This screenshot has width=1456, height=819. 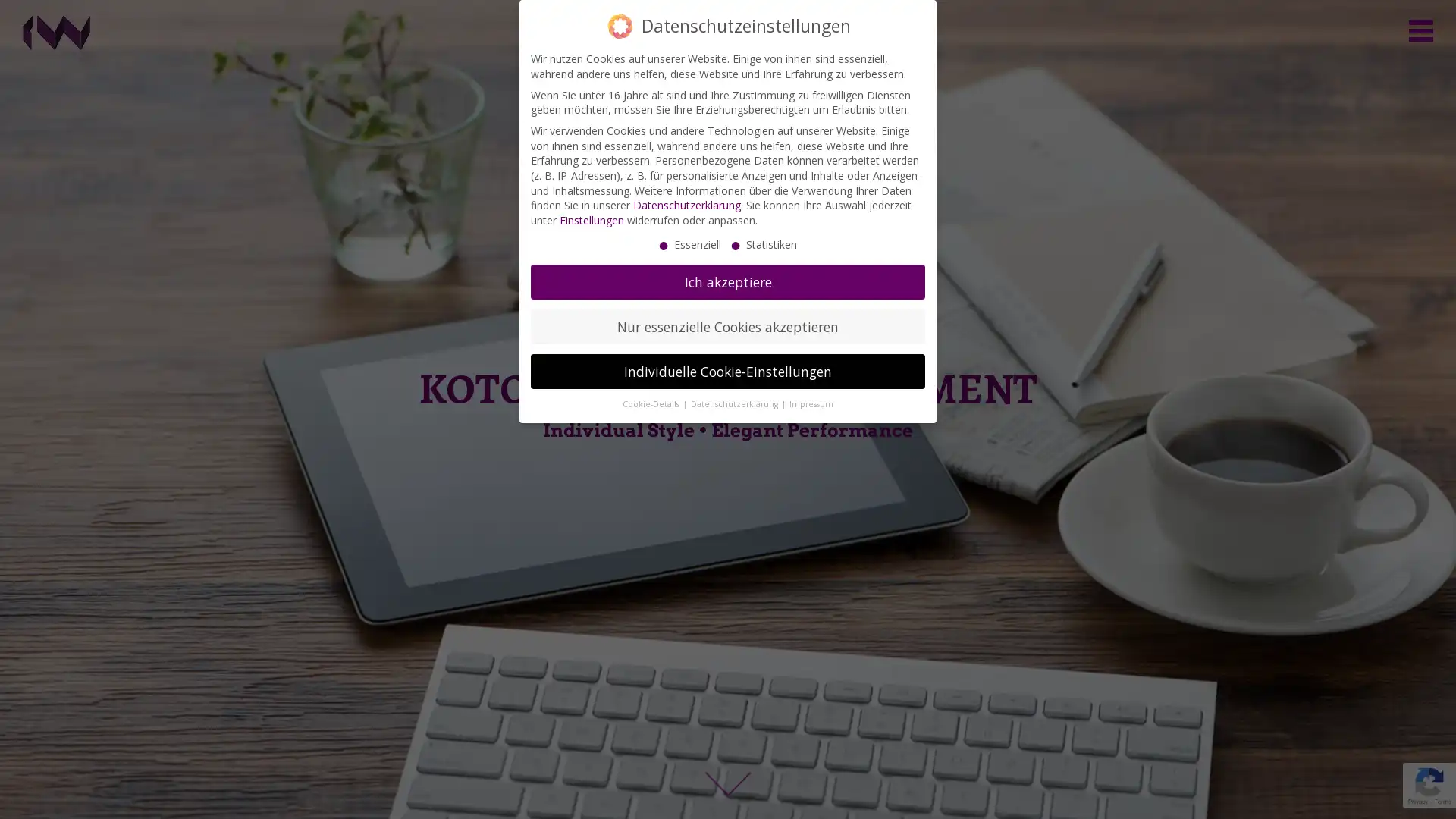 I want to click on Nur essenzielle Cookies akzeptieren, so click(x=635, y=687).